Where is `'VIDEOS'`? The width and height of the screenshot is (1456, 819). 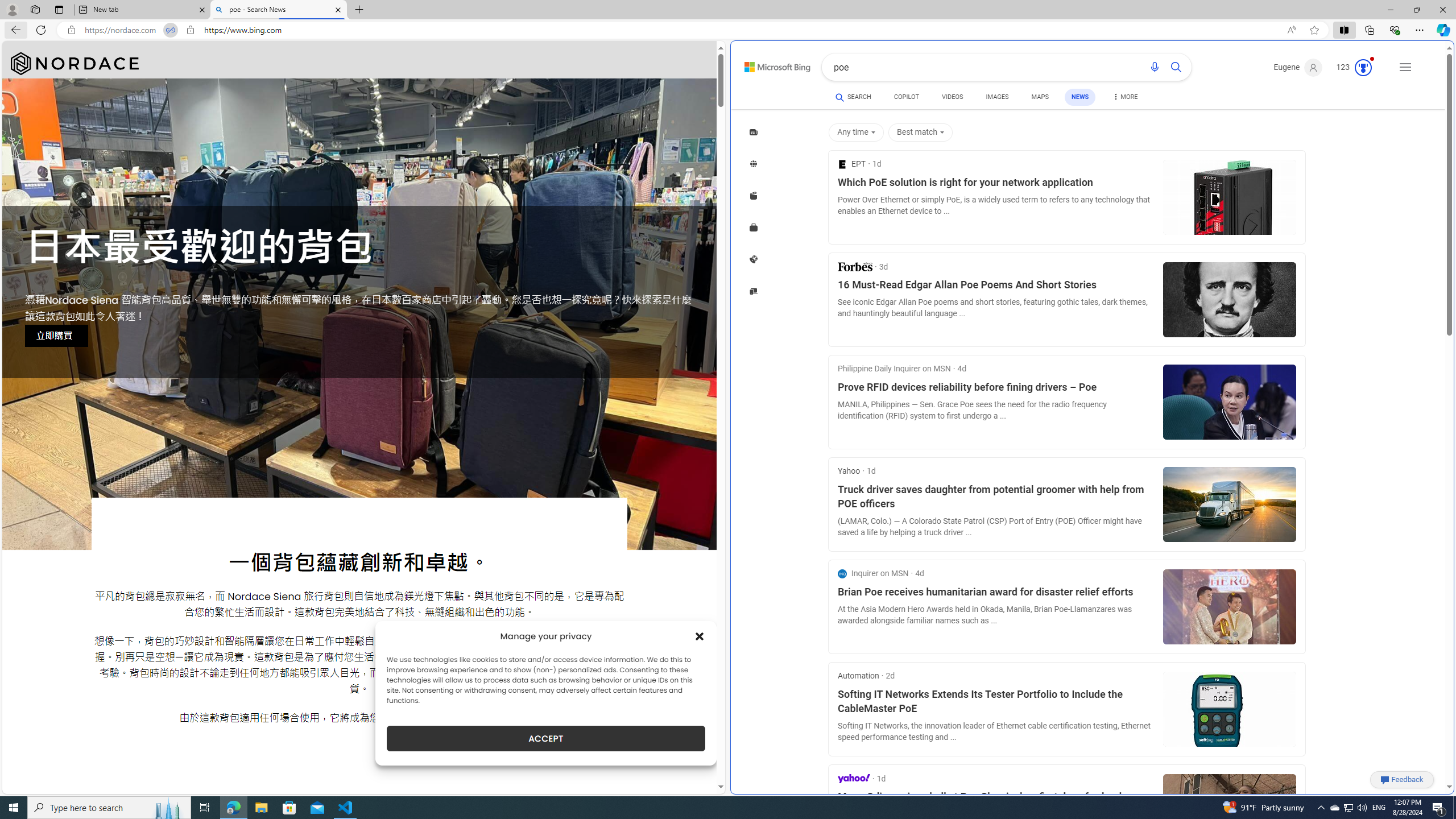
'VIDEOS' is located at coordinates (952, 96).